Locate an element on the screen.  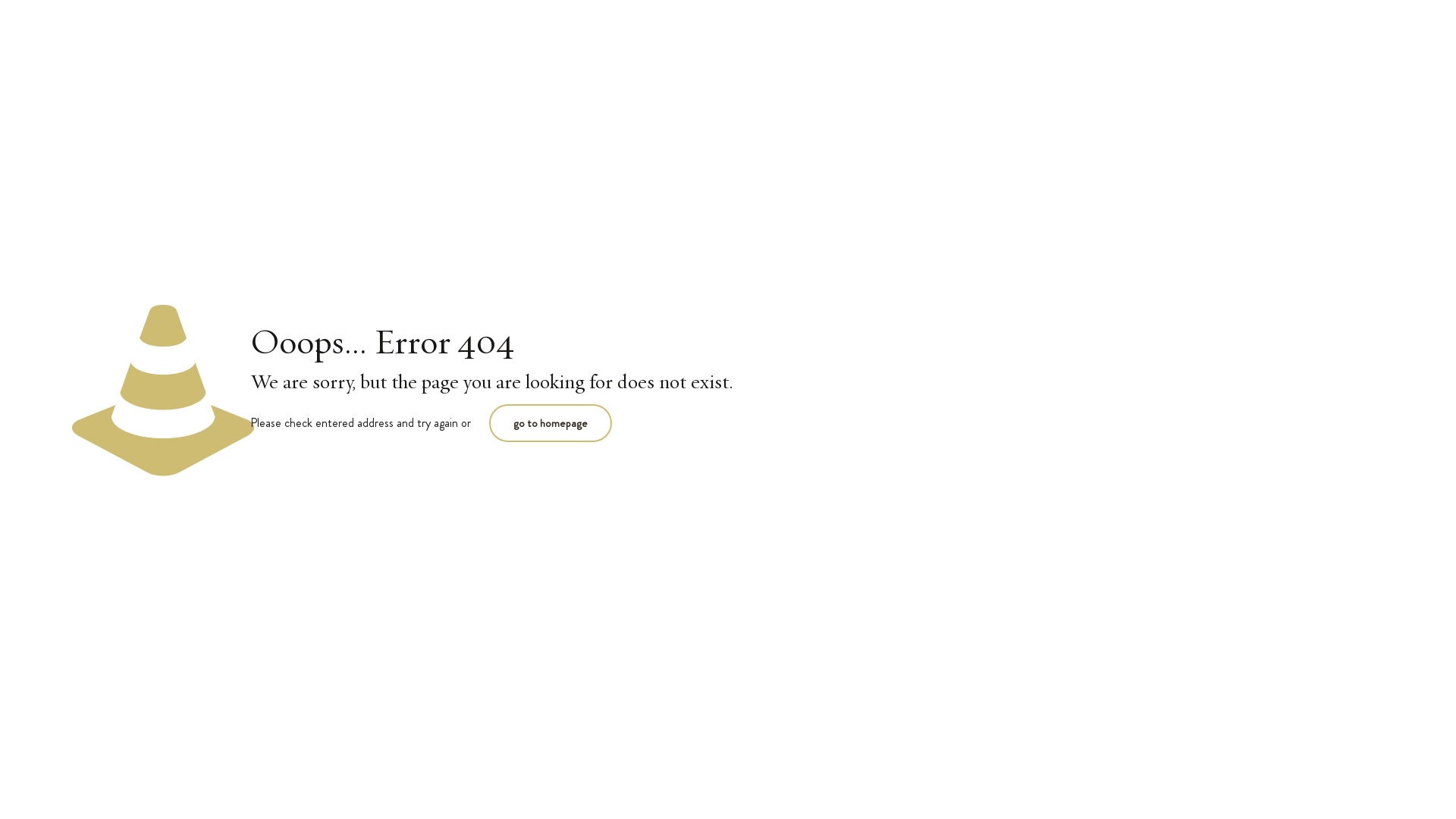
'go to homepage' is located at coordinates (488, 423).